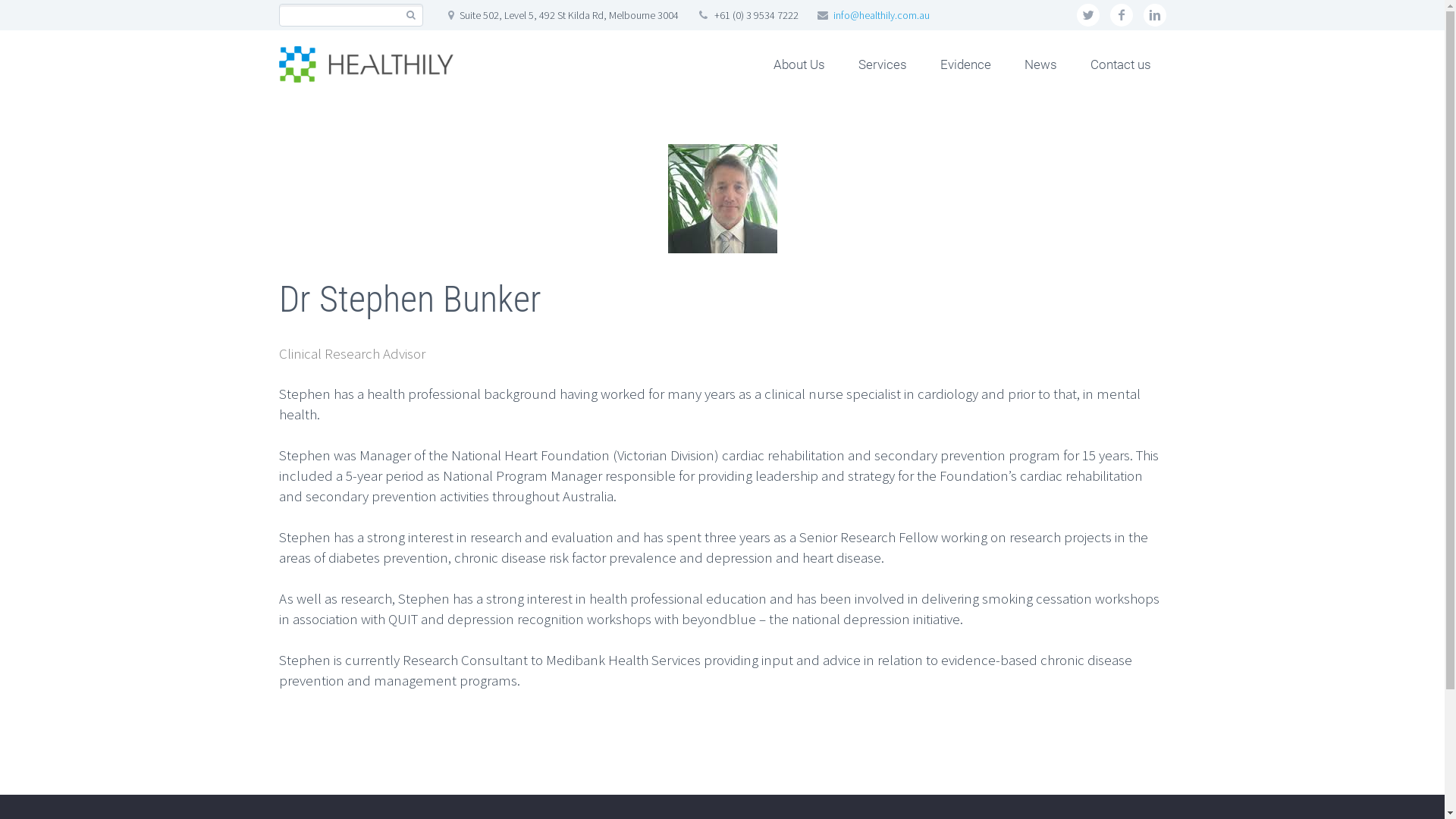 Image resolution: width=1456 pixels, height=819 pixels. What do you see at coordinates (411, 15) in the screenshot?
I see `'Search'` at bounding box center [411, 15].